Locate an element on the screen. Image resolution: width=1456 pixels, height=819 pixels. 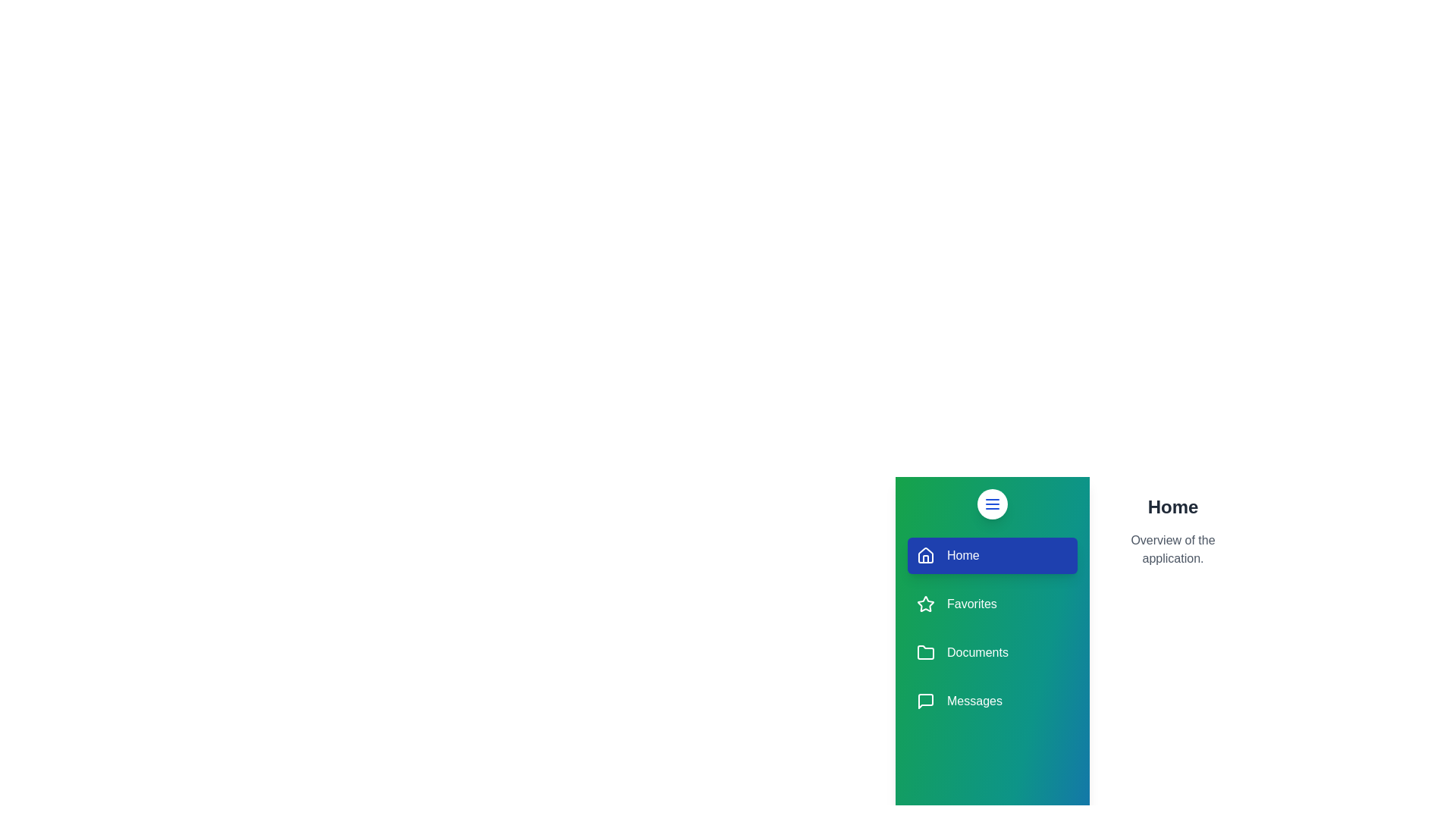
the Home section from the drawer menu is located at coordinates (993, 555).